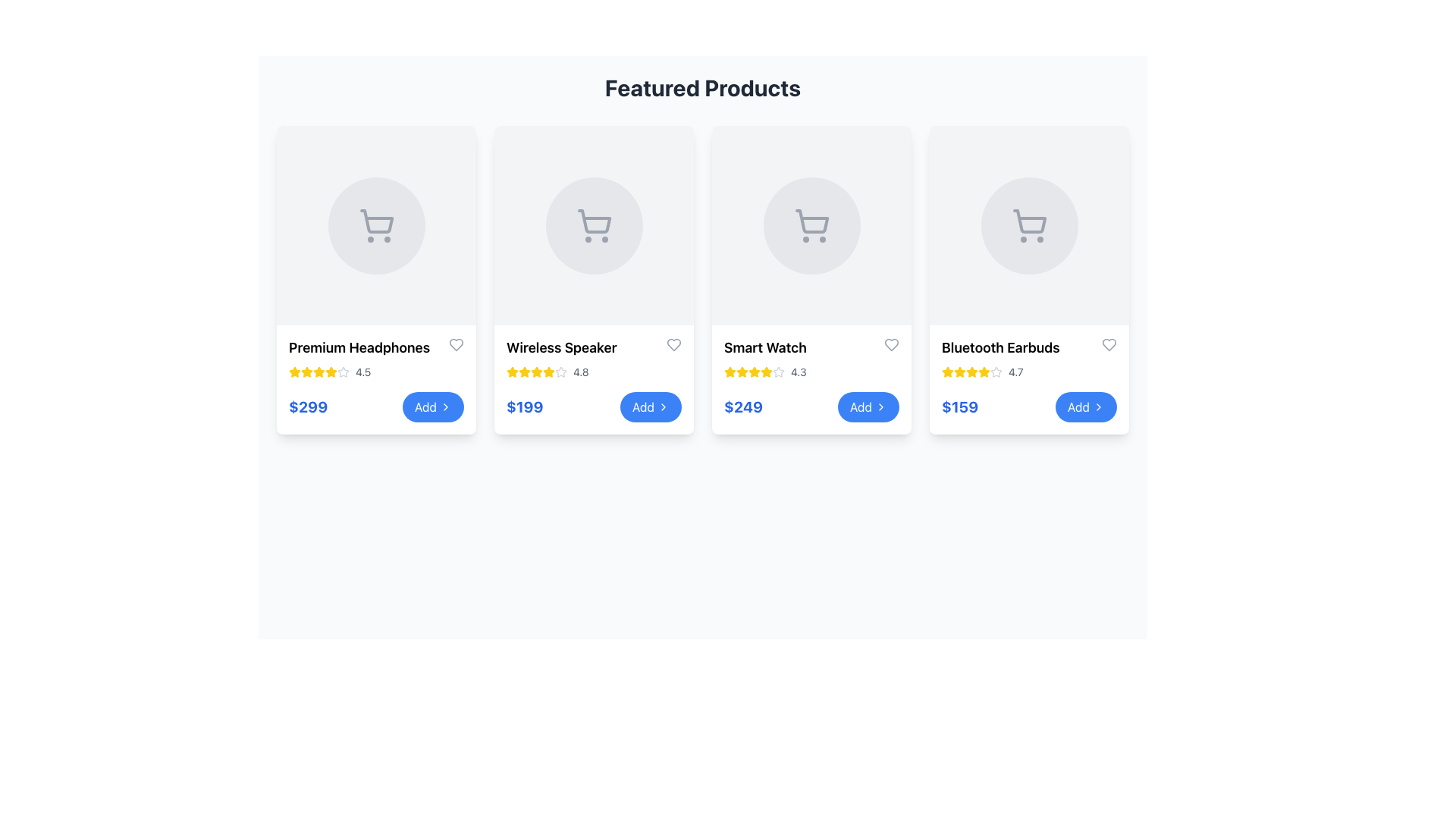  I want to click on the yellow star icon representing the first star in the rating system under the product title 'Premium Headphones' in the 'Featured Products' section, so click(294, 372).